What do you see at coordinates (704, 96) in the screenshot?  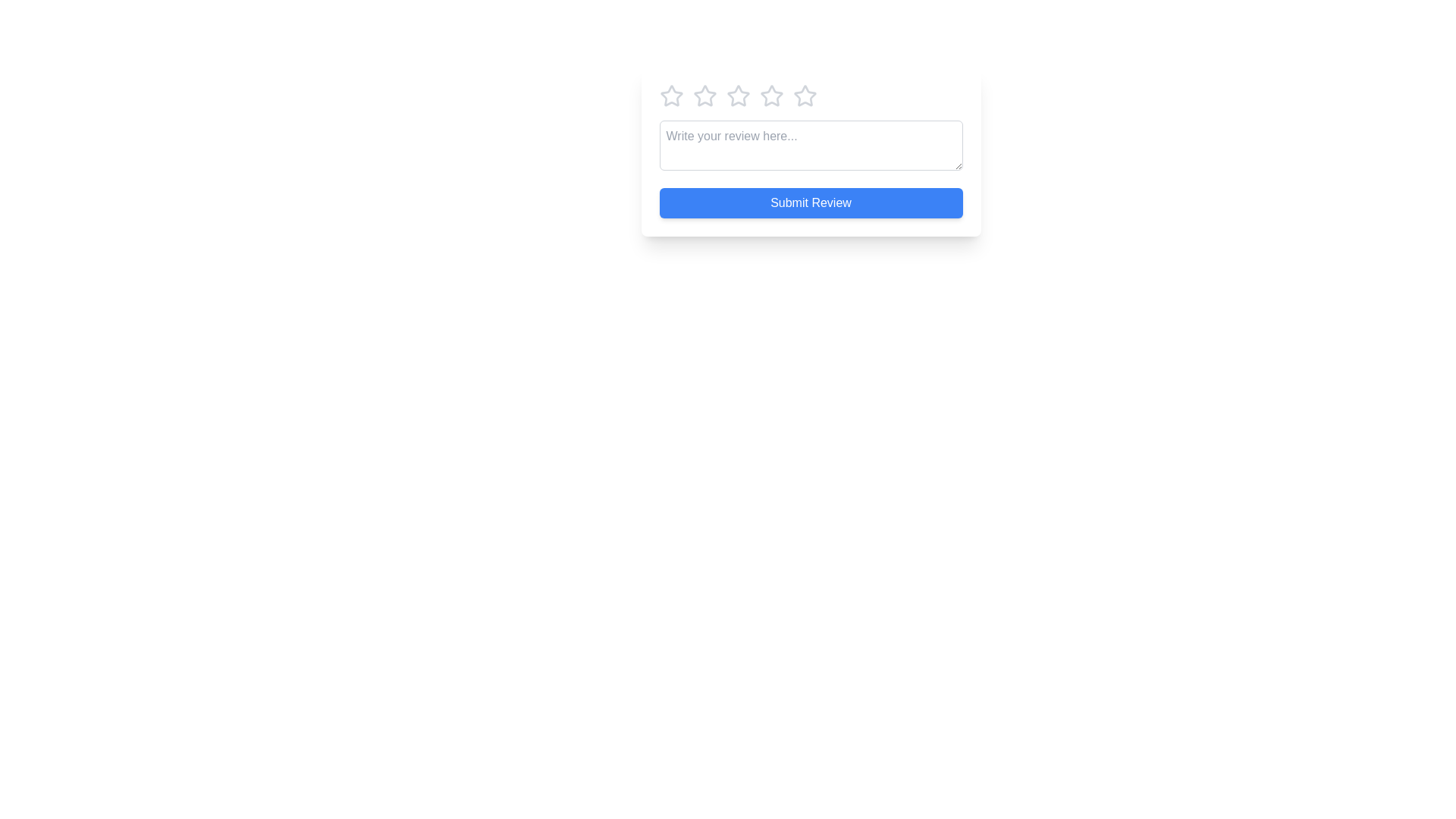 I see `the second star icon in the rating system` at bounding box center [704, 96].